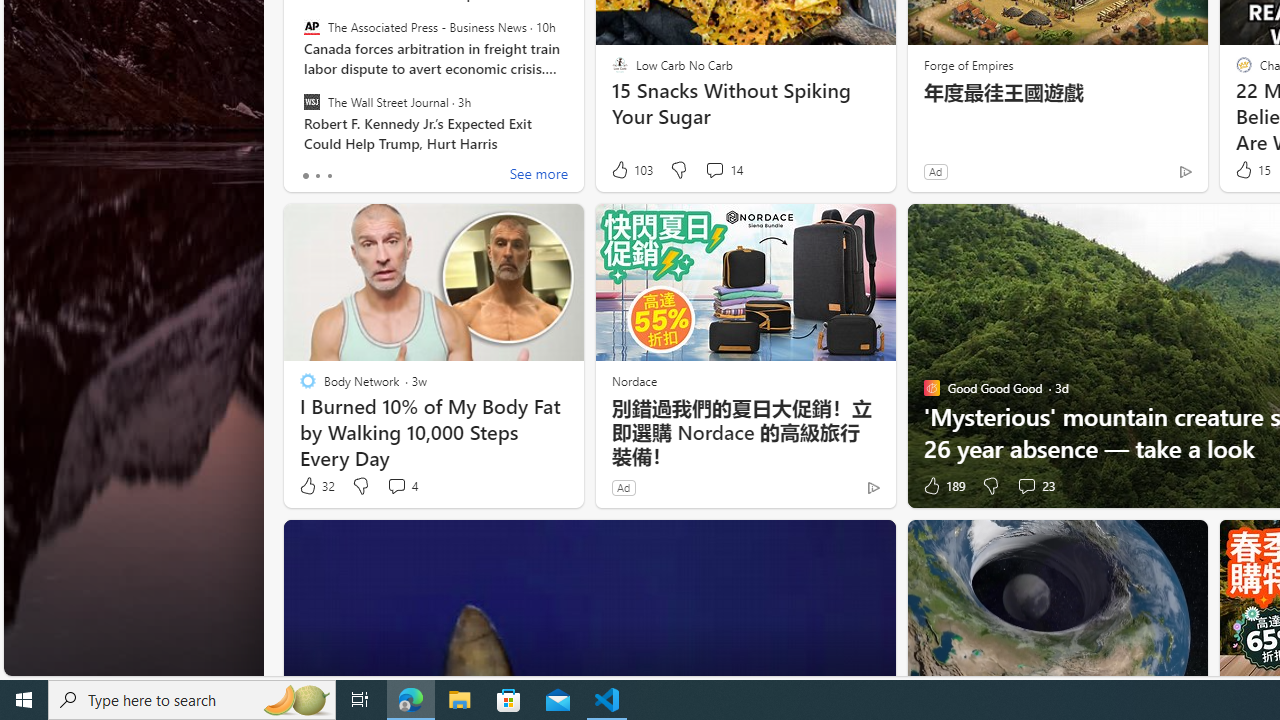  Describe the element at coordinates (1026, 486) in the screenshot. I see `'View comments 23 Comment'` at that location.